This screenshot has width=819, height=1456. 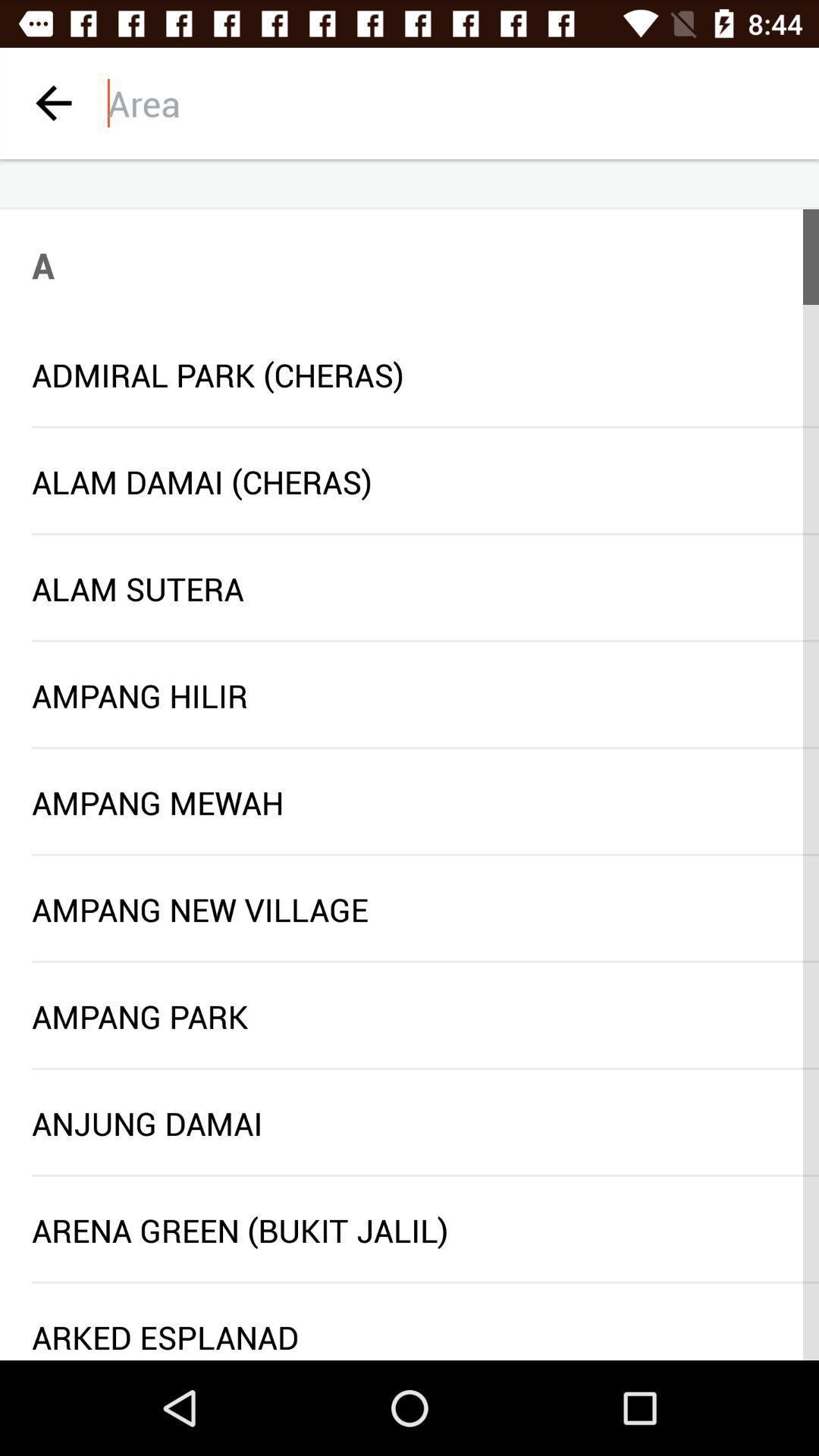 What do you see at coordinates (425, 961) in the screenshot?
I see `icon above the ampang park item` at bounding box center [425, 961].